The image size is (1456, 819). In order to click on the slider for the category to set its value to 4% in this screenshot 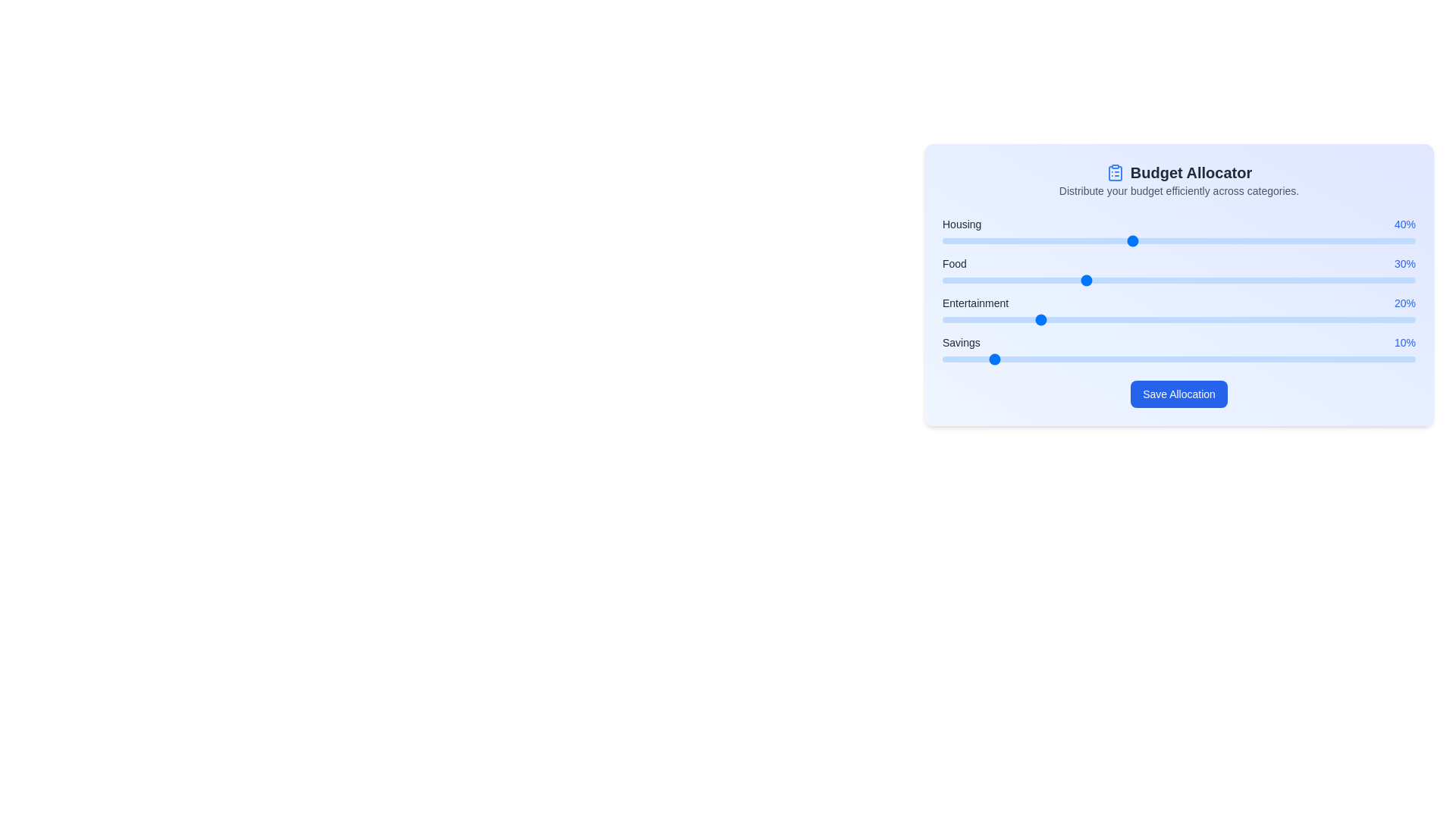, I will do `click(960, 240)`.